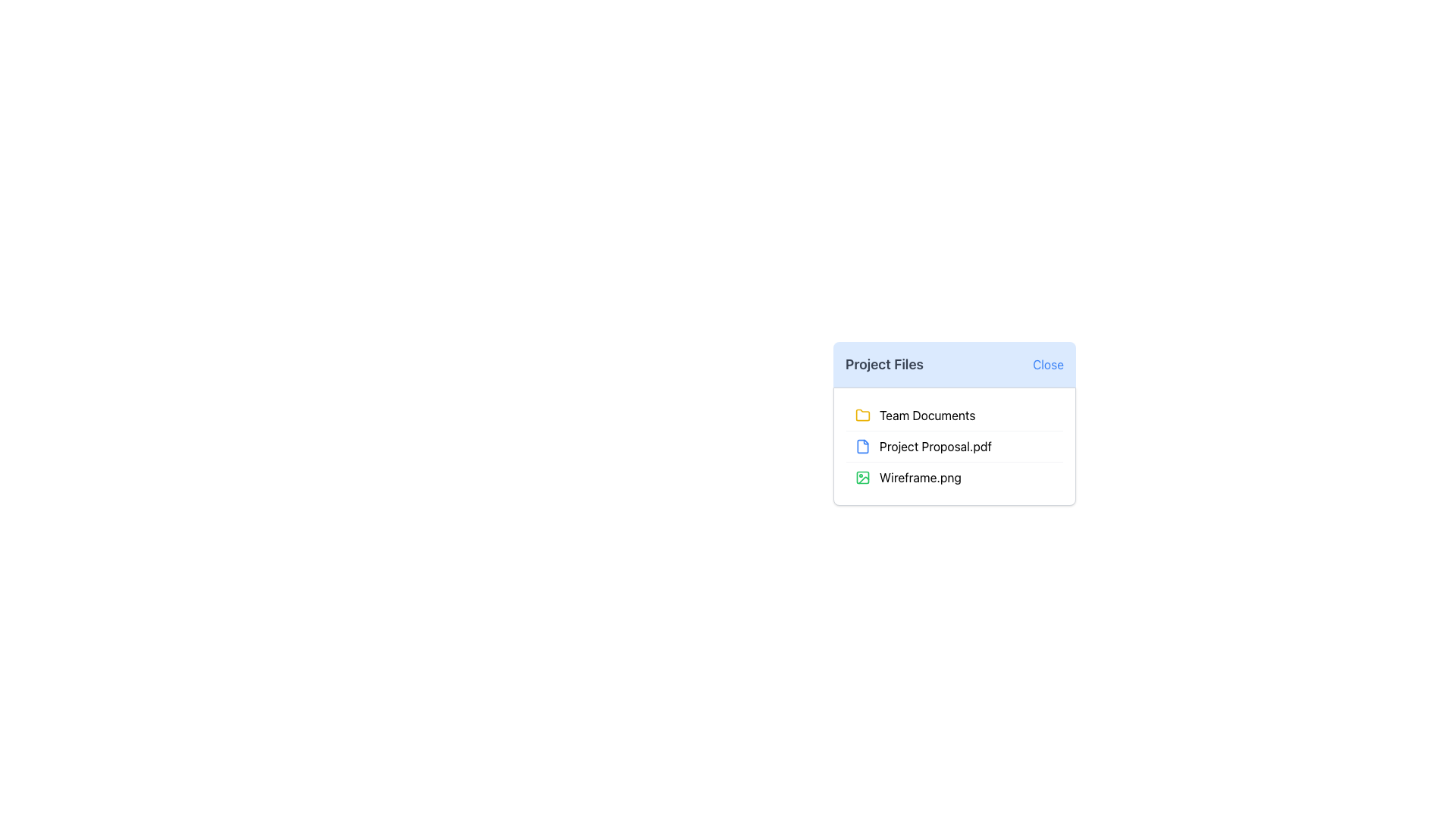  What do you see at coordinates (953, 444) in the screenshot?
I see `the list item labeled 'Project Proposal.pdf'` at bounding box center [953, 444].